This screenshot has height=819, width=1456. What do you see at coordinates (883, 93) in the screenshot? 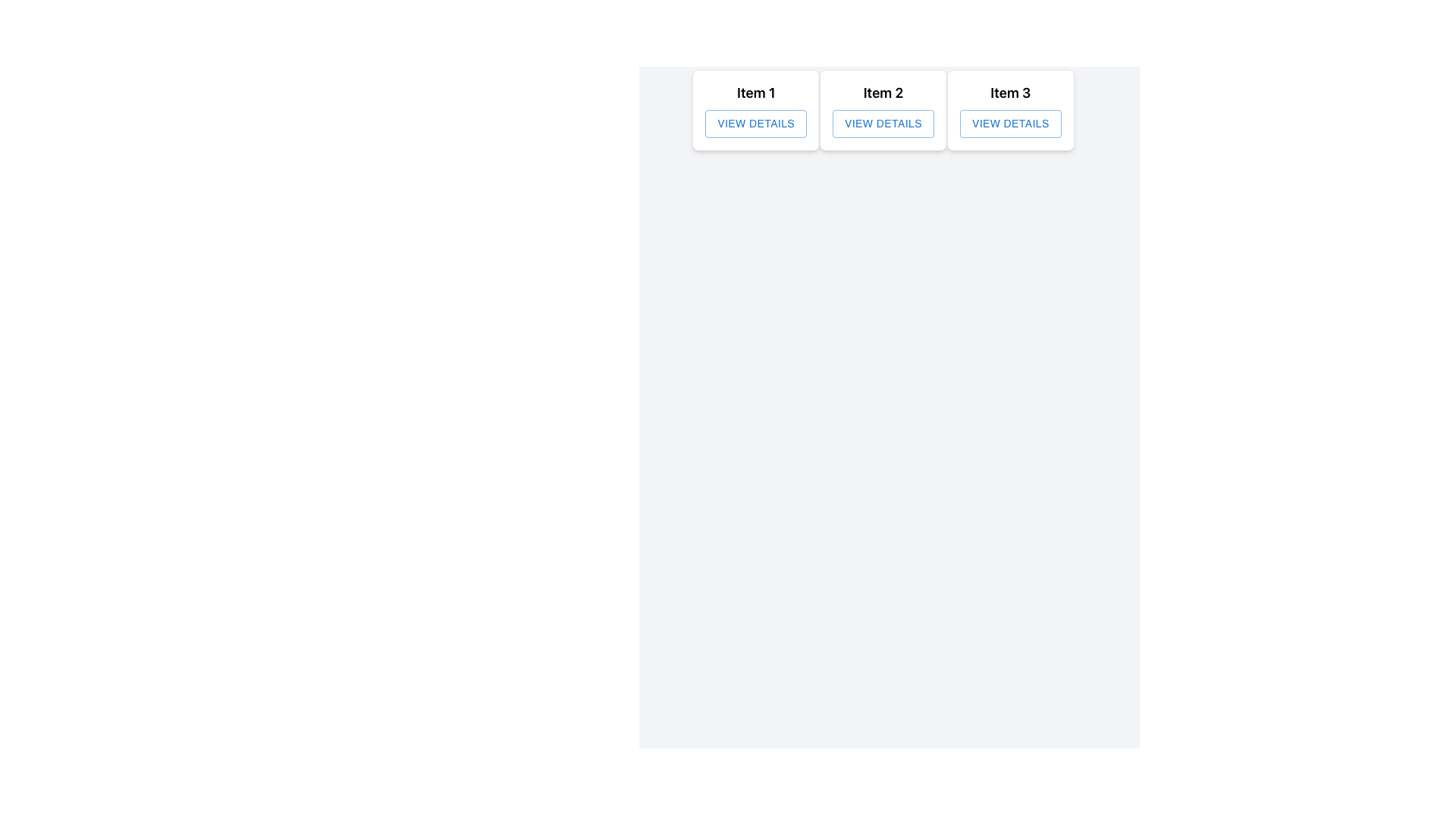
I see `the text label that reads 'Item 2', which is prominently displayed in a bold, large font at the top of the middle card and above the 'View Details' button` at bounding box center [883, 93].